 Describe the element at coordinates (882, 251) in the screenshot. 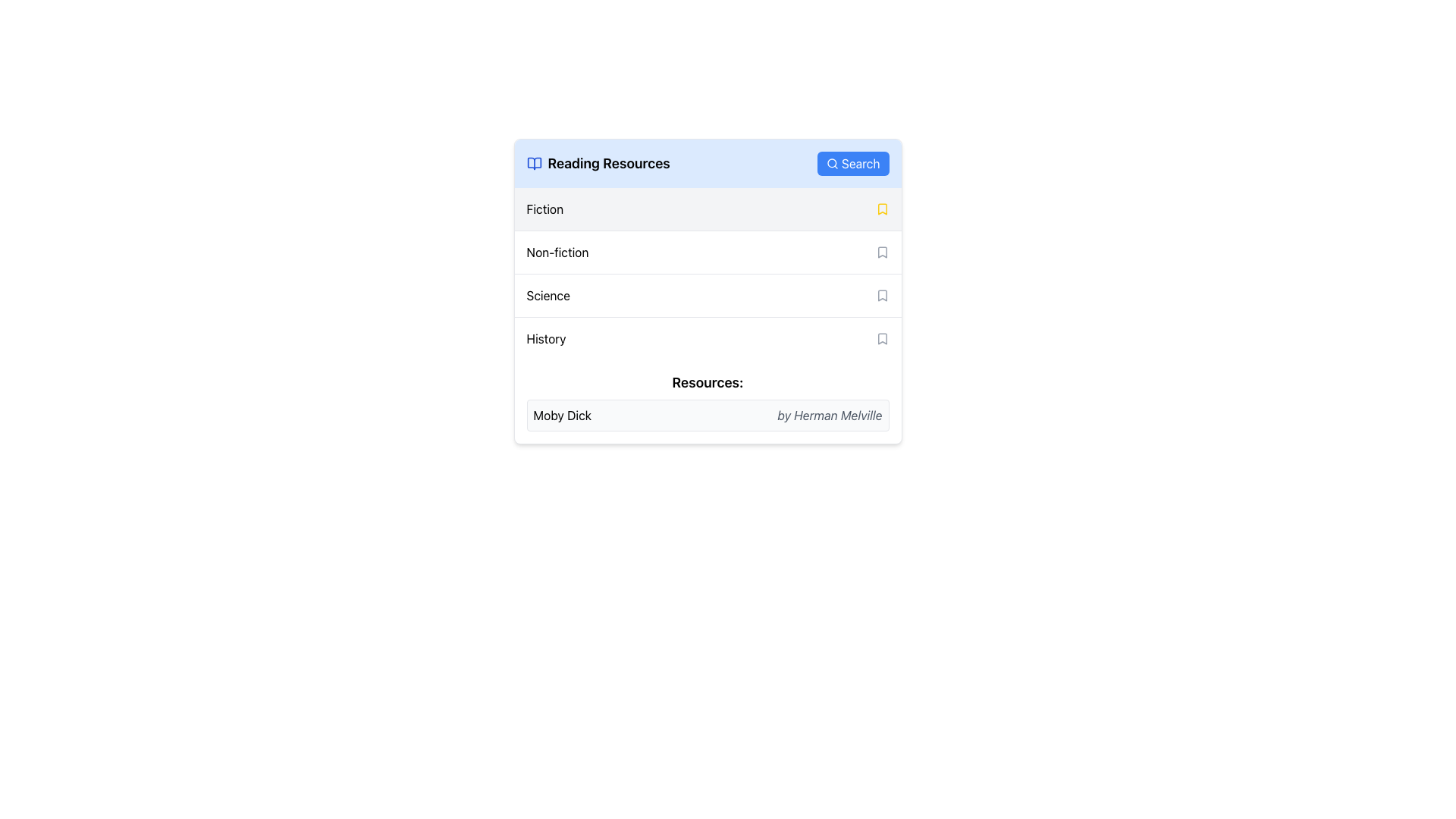

I see `the bookmark icon associated with the 'Non-fiction' entry` at that location.